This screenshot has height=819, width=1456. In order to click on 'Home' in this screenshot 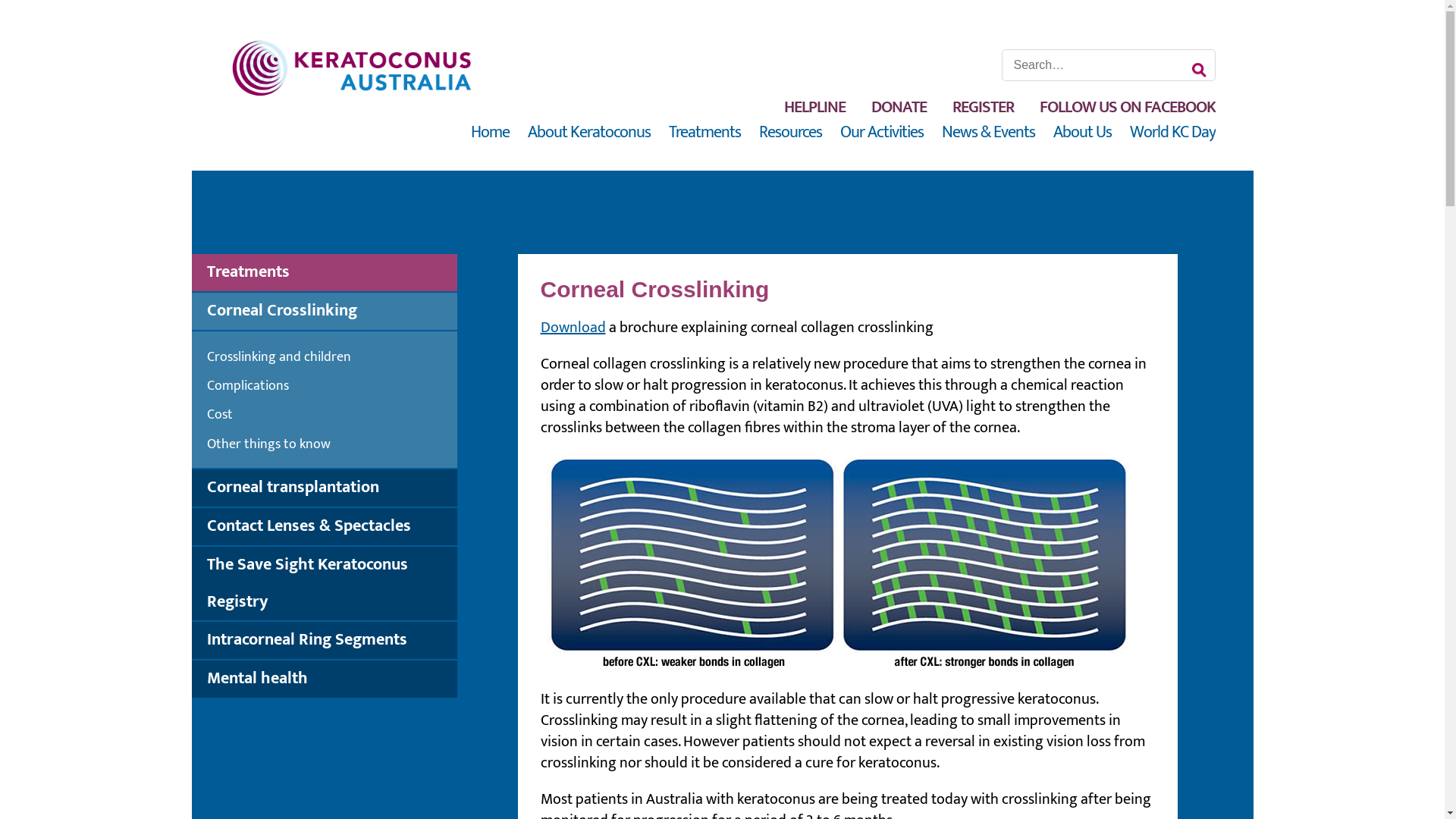, I will do `click(489, 131)`.